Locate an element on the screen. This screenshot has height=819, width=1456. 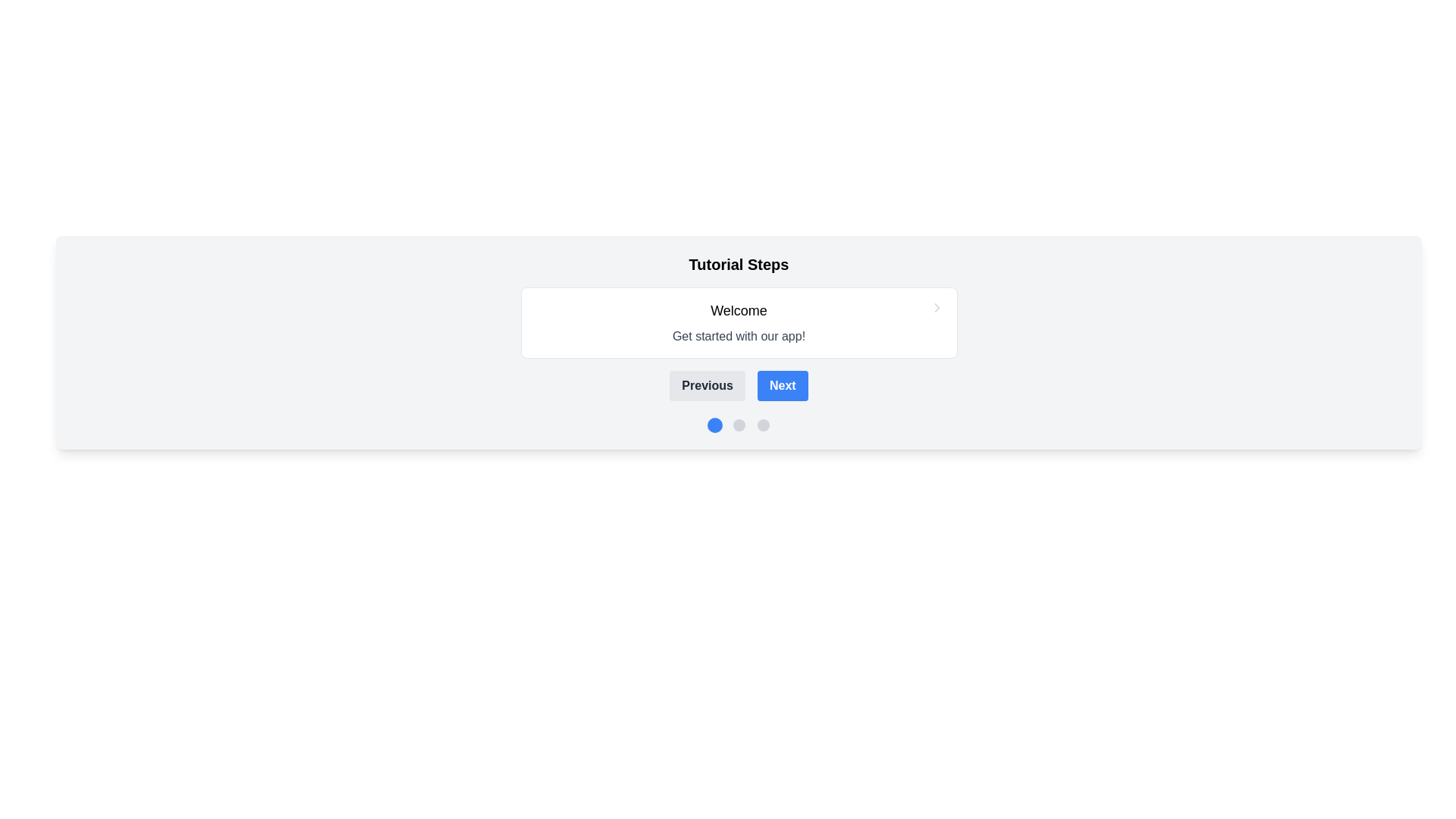
the 'Previous' button with a gray background and bold dark text, which is positioned to the left of the 'Next' button in a horizontal button group is located at coordinates (706, 385).